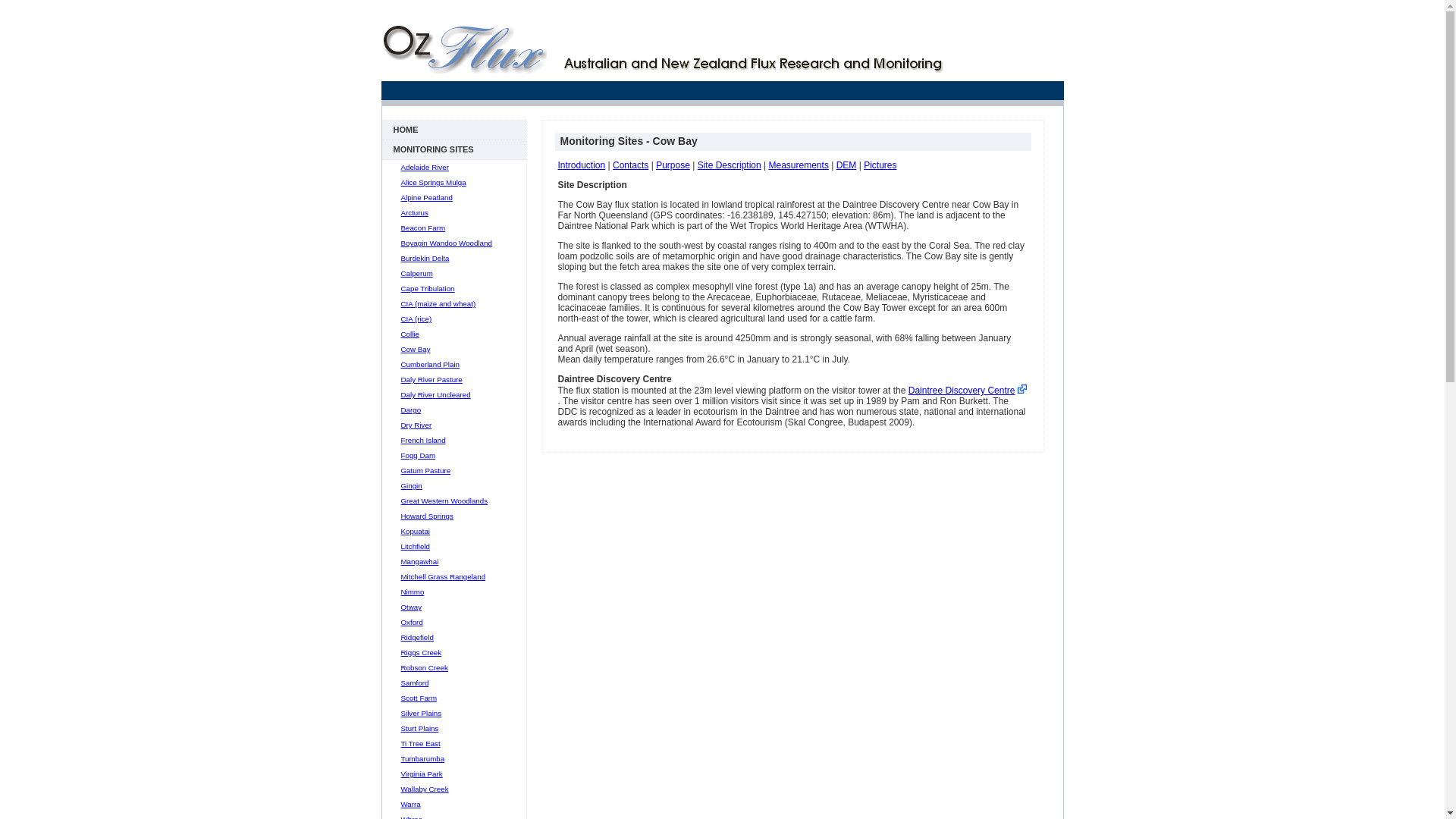 The width and height of the screenshot is (1456, 819). I want to click on 'HOME', so click(453, 130).